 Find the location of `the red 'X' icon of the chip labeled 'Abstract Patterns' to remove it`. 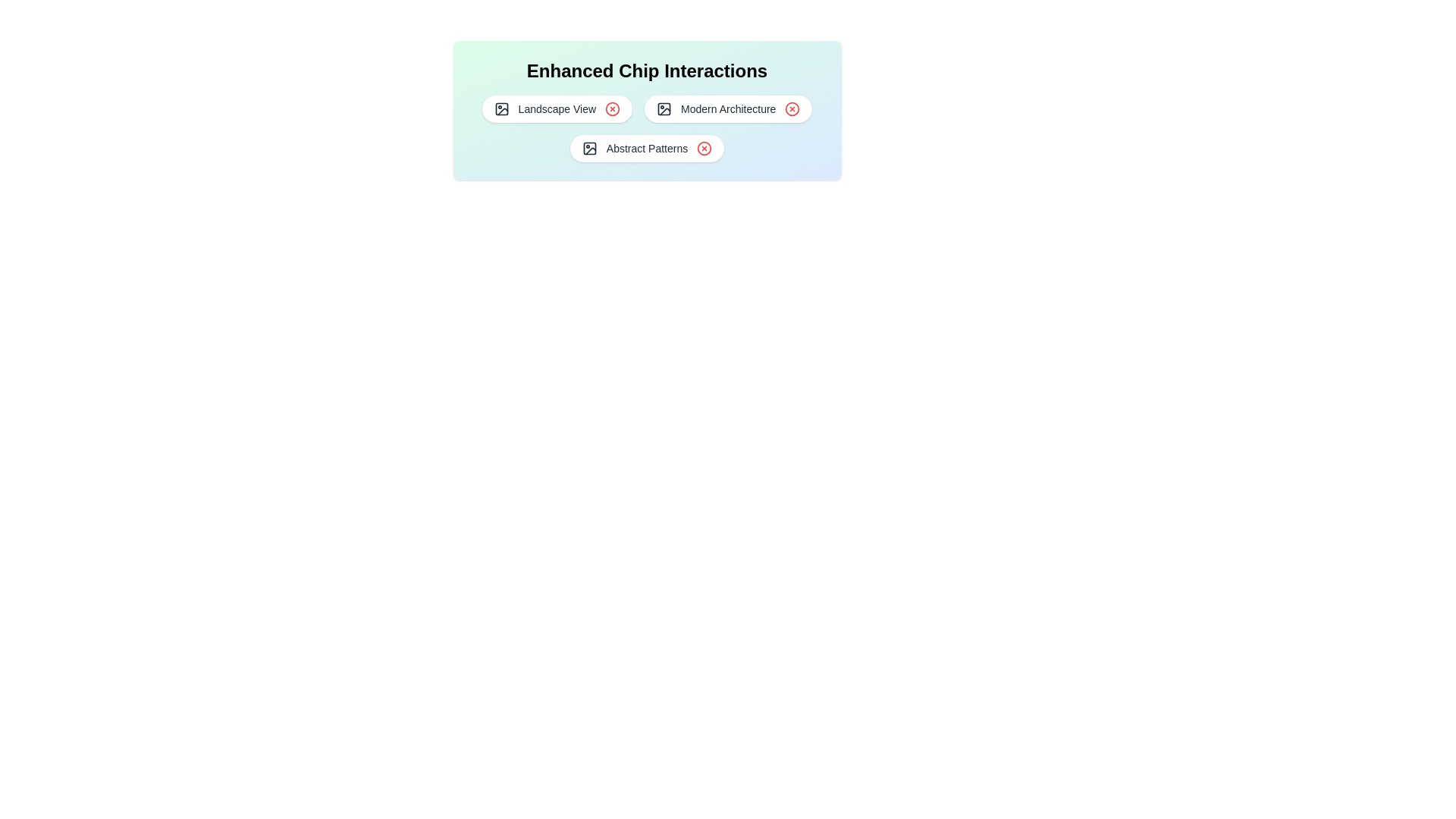

the red 'X' icon of the chip labeled 'Abstract Patterns' to remove it is located at coordinates (704, 149).